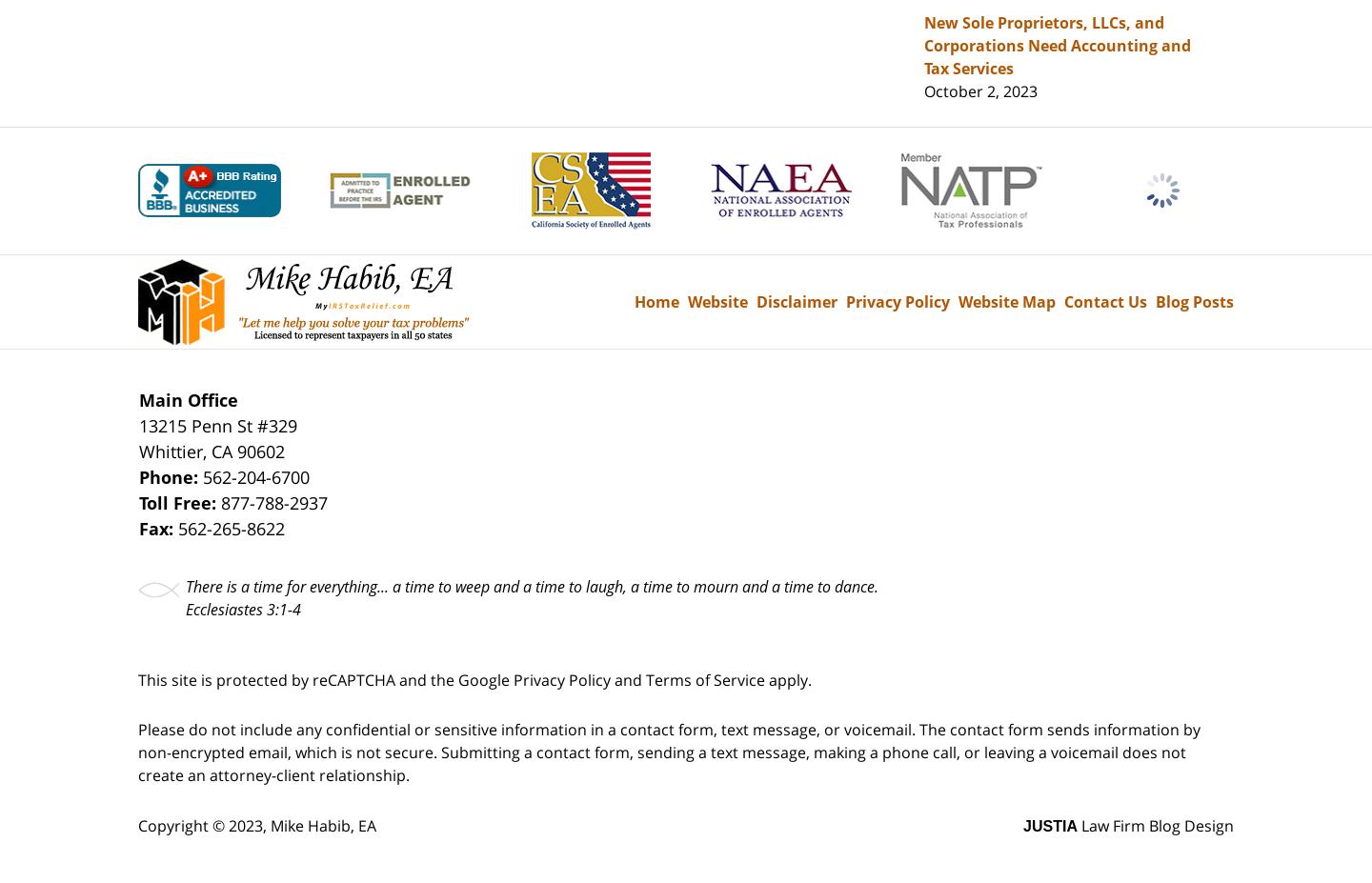  What do you see at coordinates (645, 677) in the screenshot?
I see `'Terms of Service'` at bounding box center [645, 677].